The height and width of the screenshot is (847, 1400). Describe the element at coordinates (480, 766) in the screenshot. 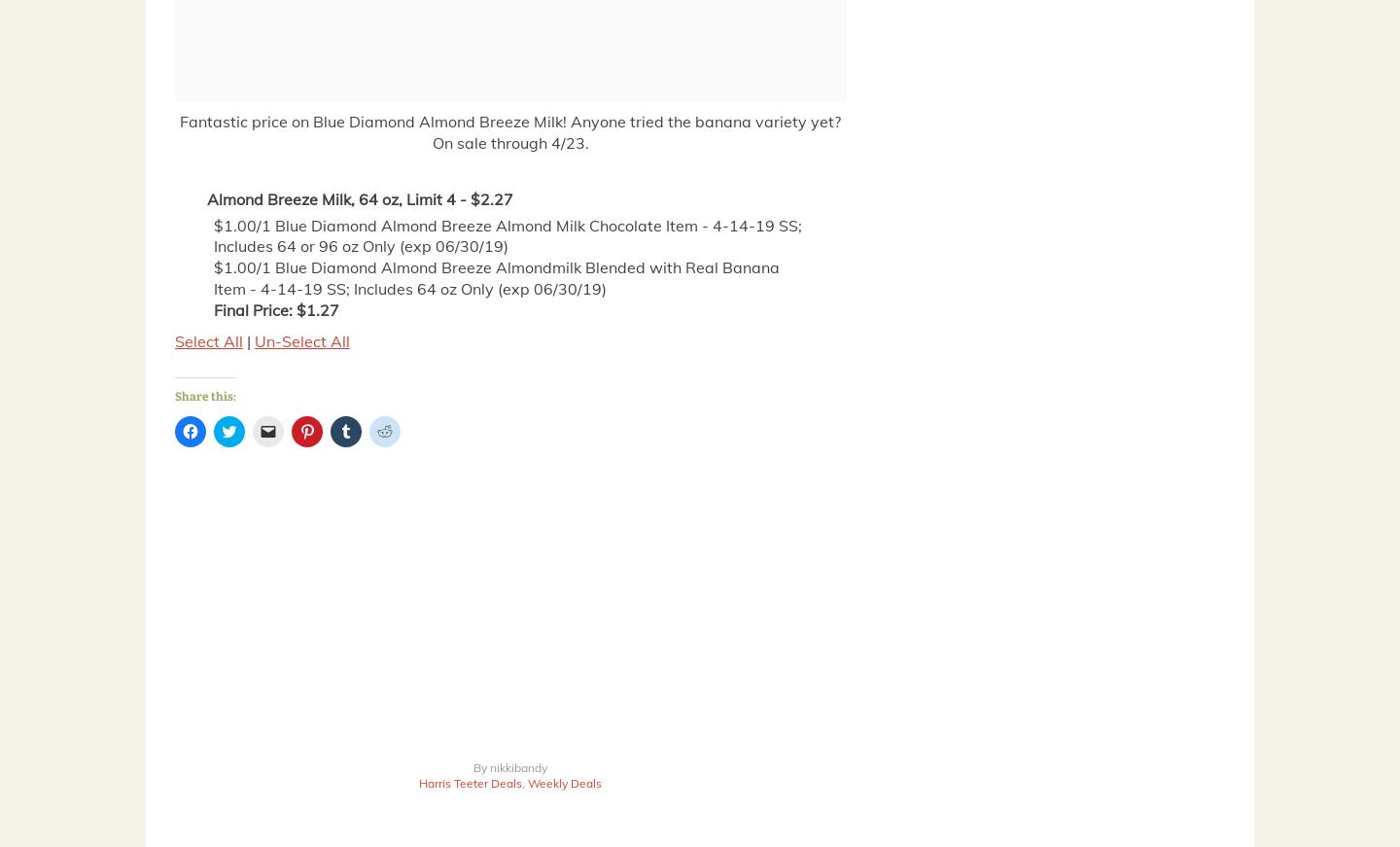

I see `'By'` at that location.